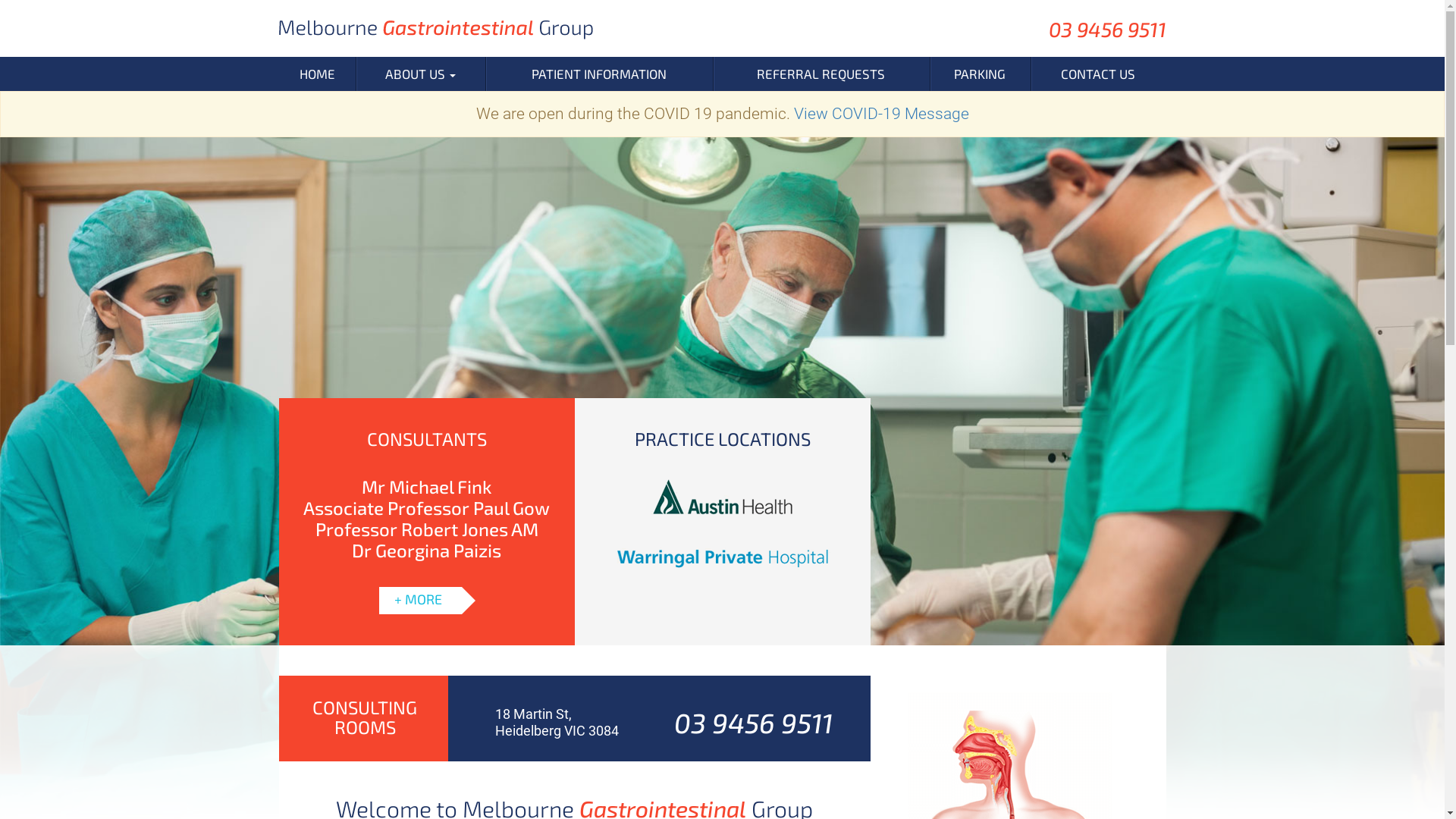 This screenshot has width=1456, height=819. What do you see at coordinates (980, 74) in the screenshot?
I see `'PARKING'` at bounding box center [980, 74].